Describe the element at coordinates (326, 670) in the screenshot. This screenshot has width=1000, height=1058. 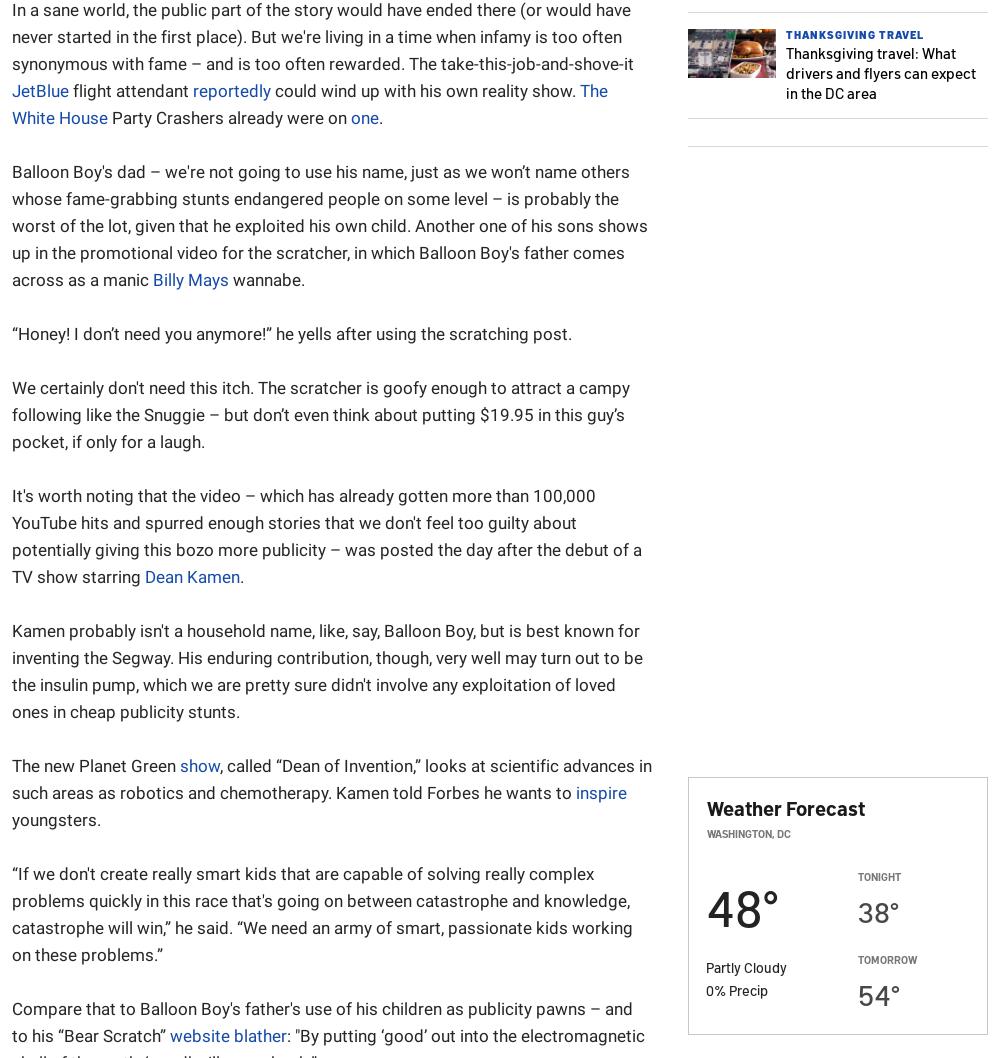
I see `'Kamen probably isn't a household name, like, say, Balloon Boy, but is best known for inventing the Segway. His enduring contribution, though, very well may turn out to be the insulin pump, which we are pretty sure didn't involve any exploitation of loved ones in cheap publicity stunts.'` at that location.